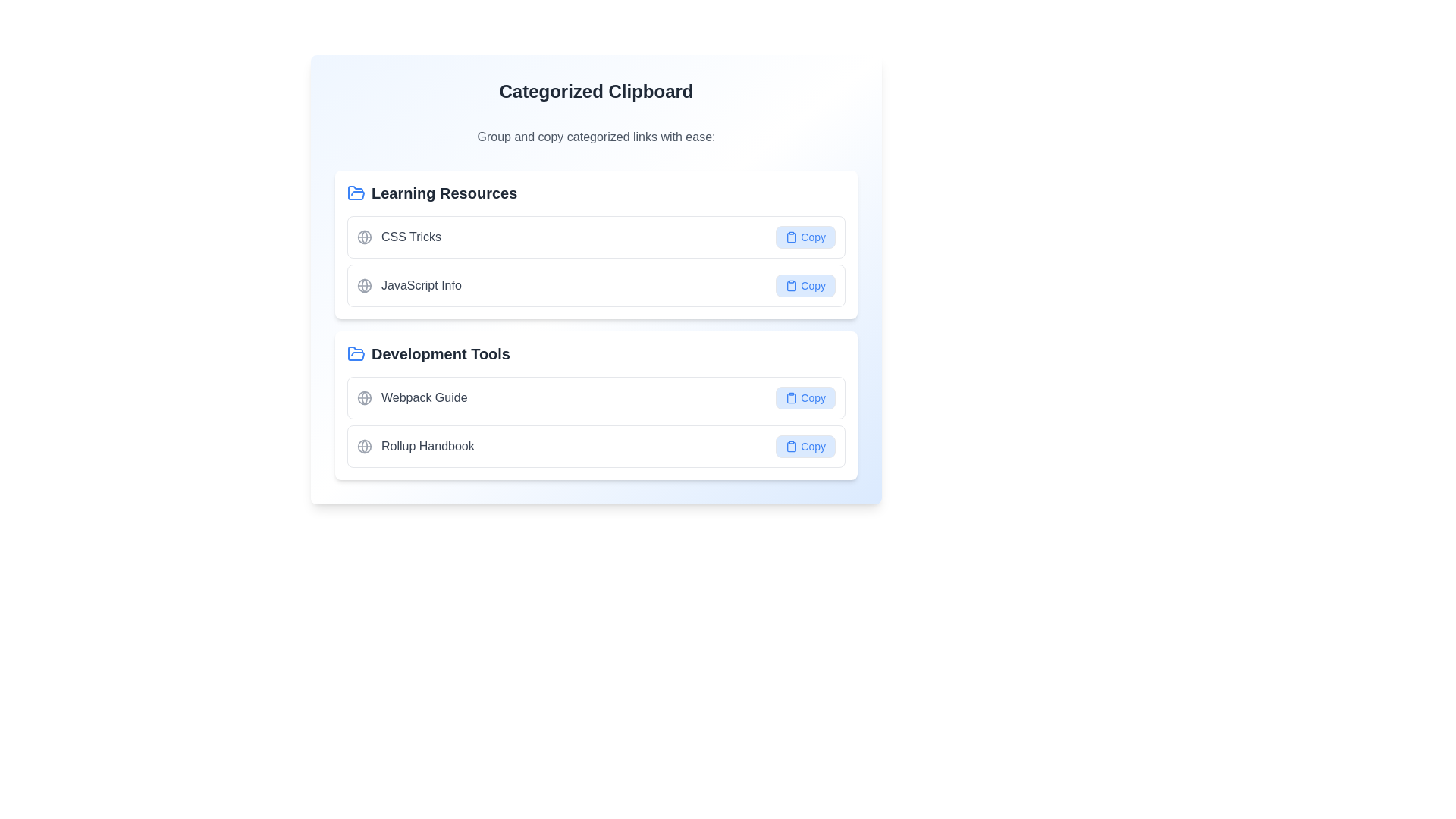 Image resolution: width=1456 pixels, height=819 pixels. What do you see at coordinates (356, 353) in the screenshot?
I see `the appearance of the folder icon representing the 'Development Tools' section, located in the top-left corner adjacent to the text 'Development Tools'` at bounding box center [356, 353].